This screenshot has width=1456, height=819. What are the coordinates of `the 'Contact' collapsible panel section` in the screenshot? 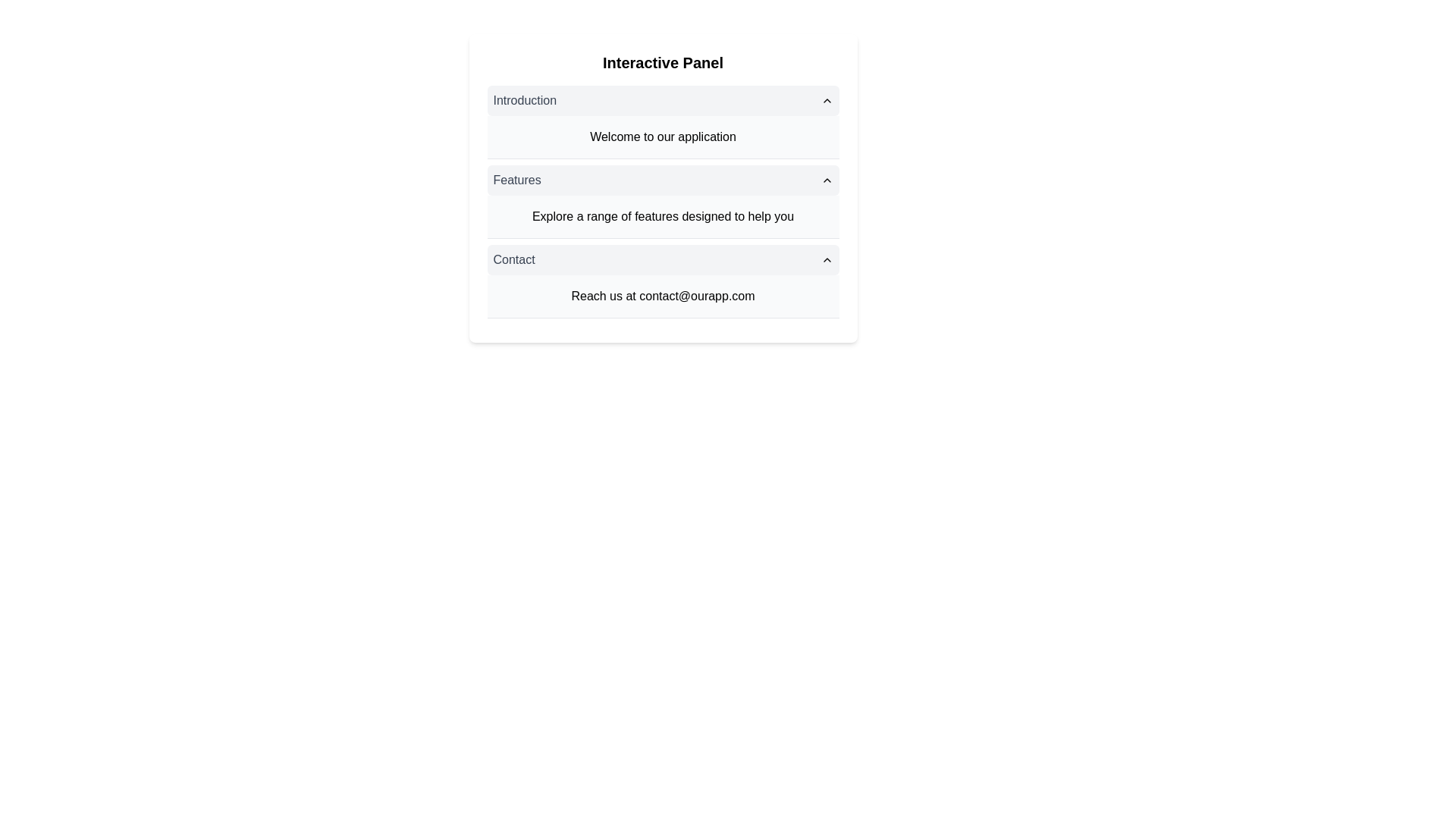 It's located at (663, 281).